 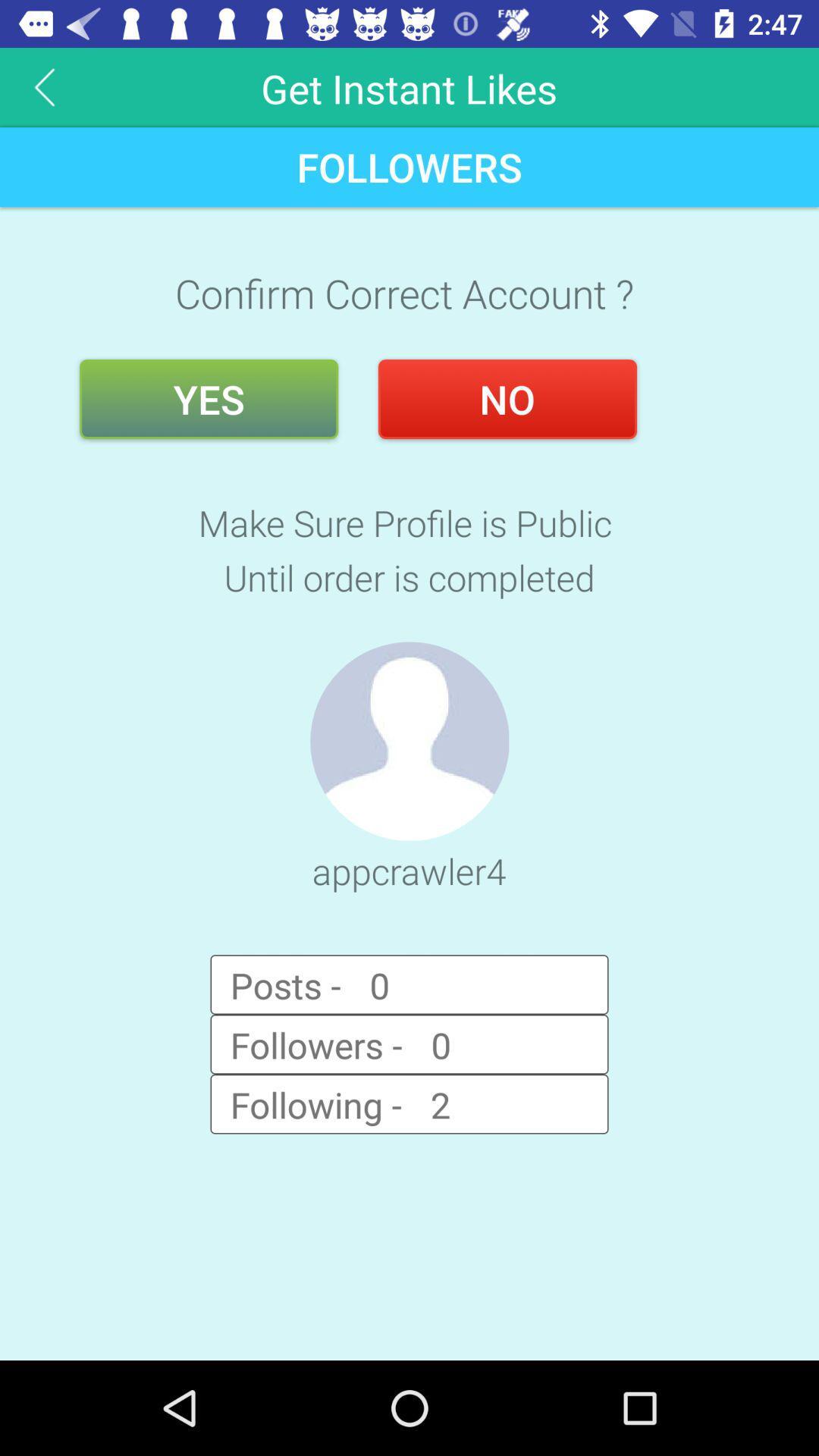 I want to click on the app to the left of get instant likes app, so click(x=44, y=86).